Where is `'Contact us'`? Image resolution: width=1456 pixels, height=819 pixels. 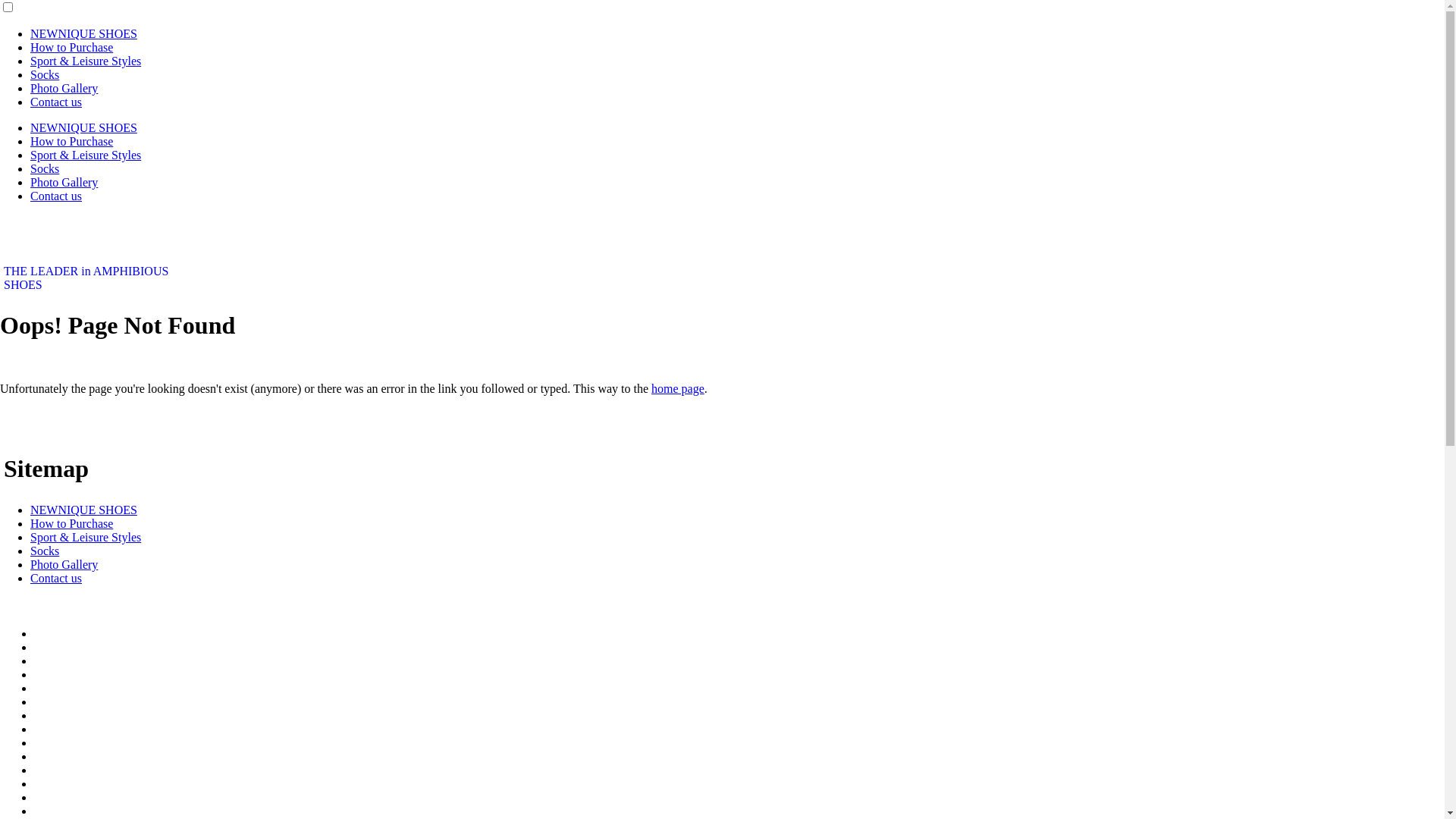
'Contact us' is located at coordinates (55, 195).